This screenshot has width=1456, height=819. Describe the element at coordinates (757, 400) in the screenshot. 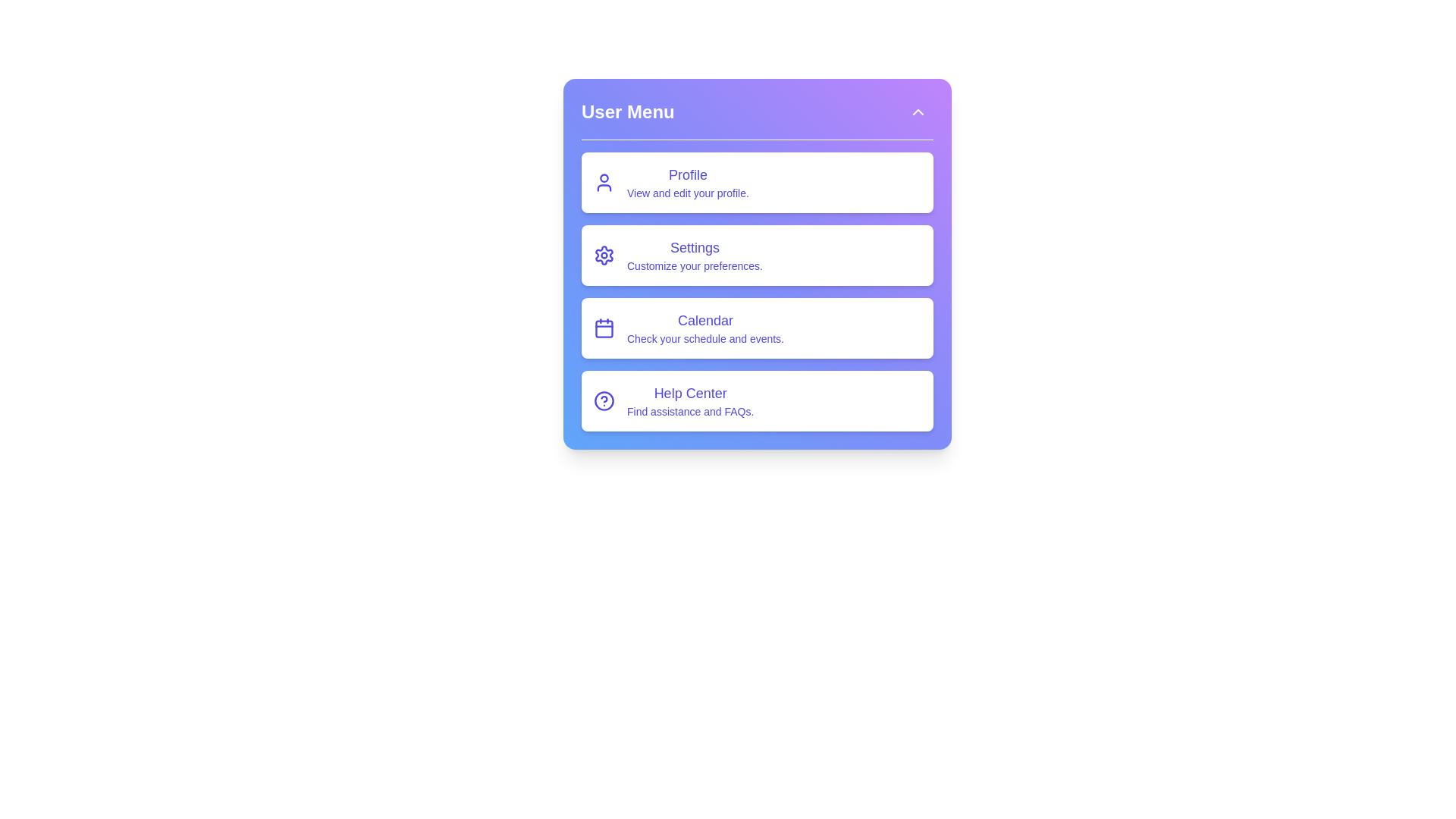

I see `the menu option Help Center to navigate or interact with its functionality` at that location.